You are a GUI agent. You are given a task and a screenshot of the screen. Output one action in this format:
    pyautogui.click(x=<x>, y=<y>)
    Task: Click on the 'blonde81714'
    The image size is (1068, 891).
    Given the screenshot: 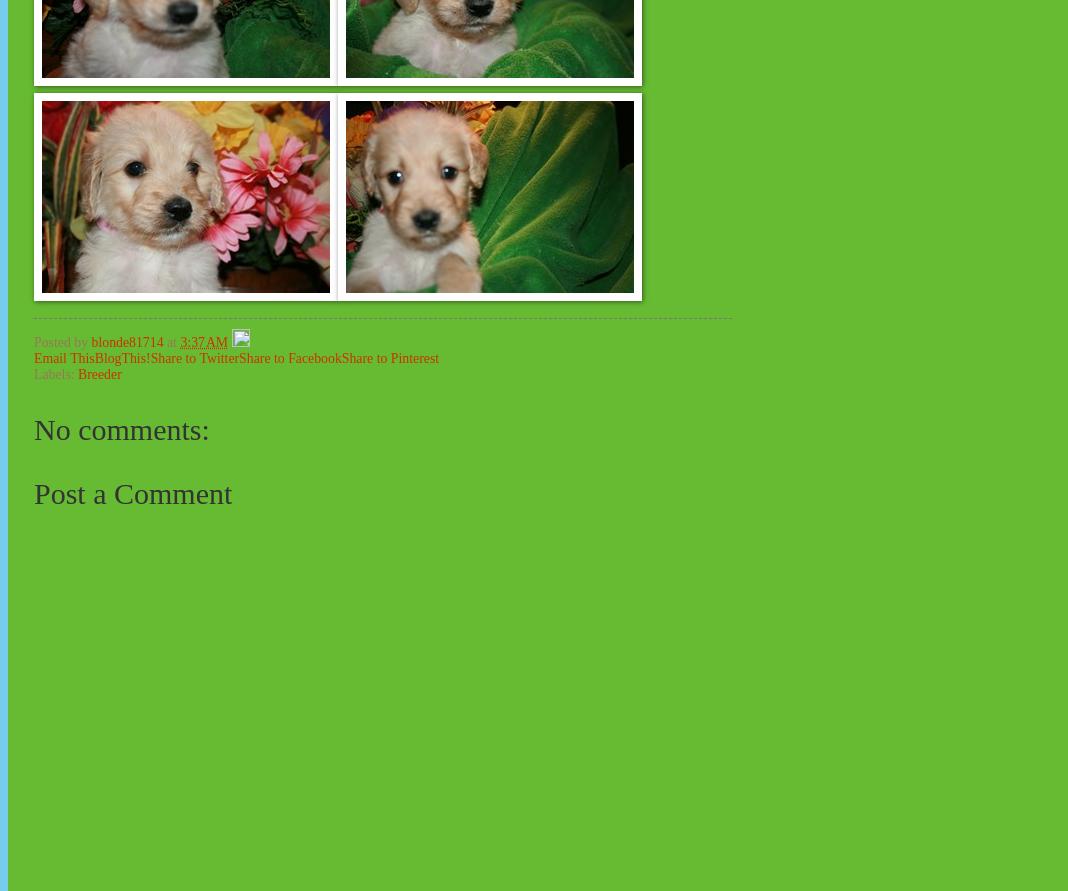 What is the action you would take?
    pyautogui.click(x=128, y=340)
    